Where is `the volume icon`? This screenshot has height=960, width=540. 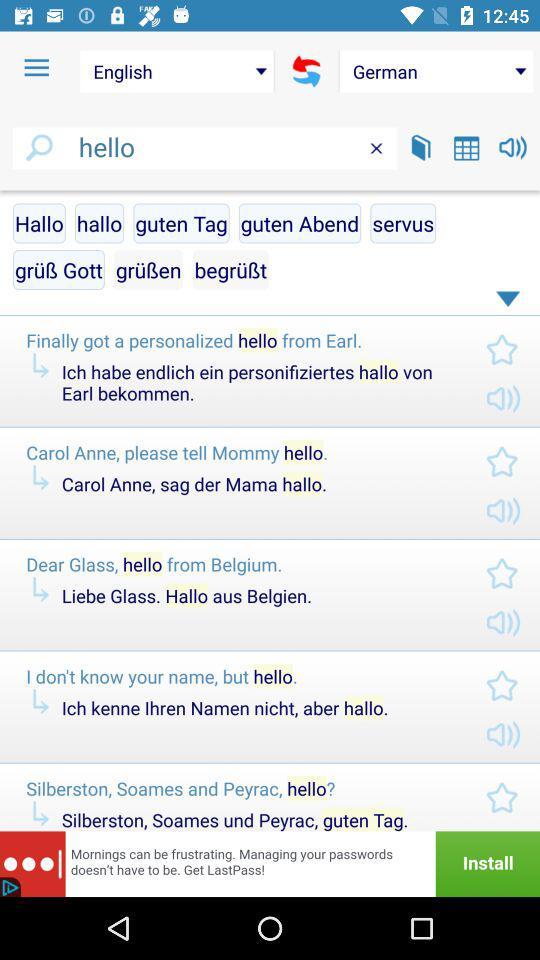
the volume icon is located at coordinates (513, 146).